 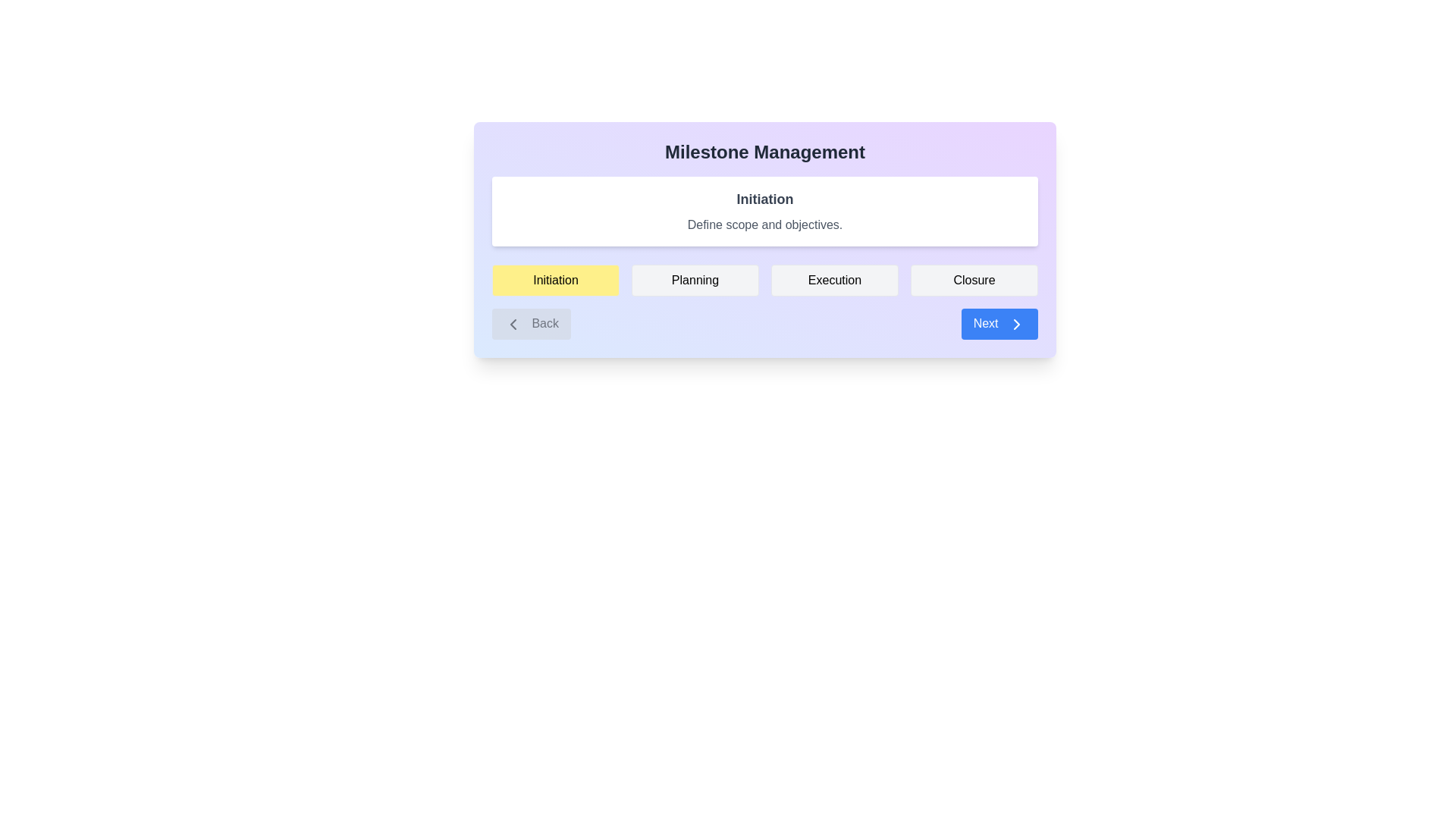 I want to click on the right-pointing arrow icon located within the 'Next' button at the bottom-right corner of the interface, so click(x=1016, y=323).